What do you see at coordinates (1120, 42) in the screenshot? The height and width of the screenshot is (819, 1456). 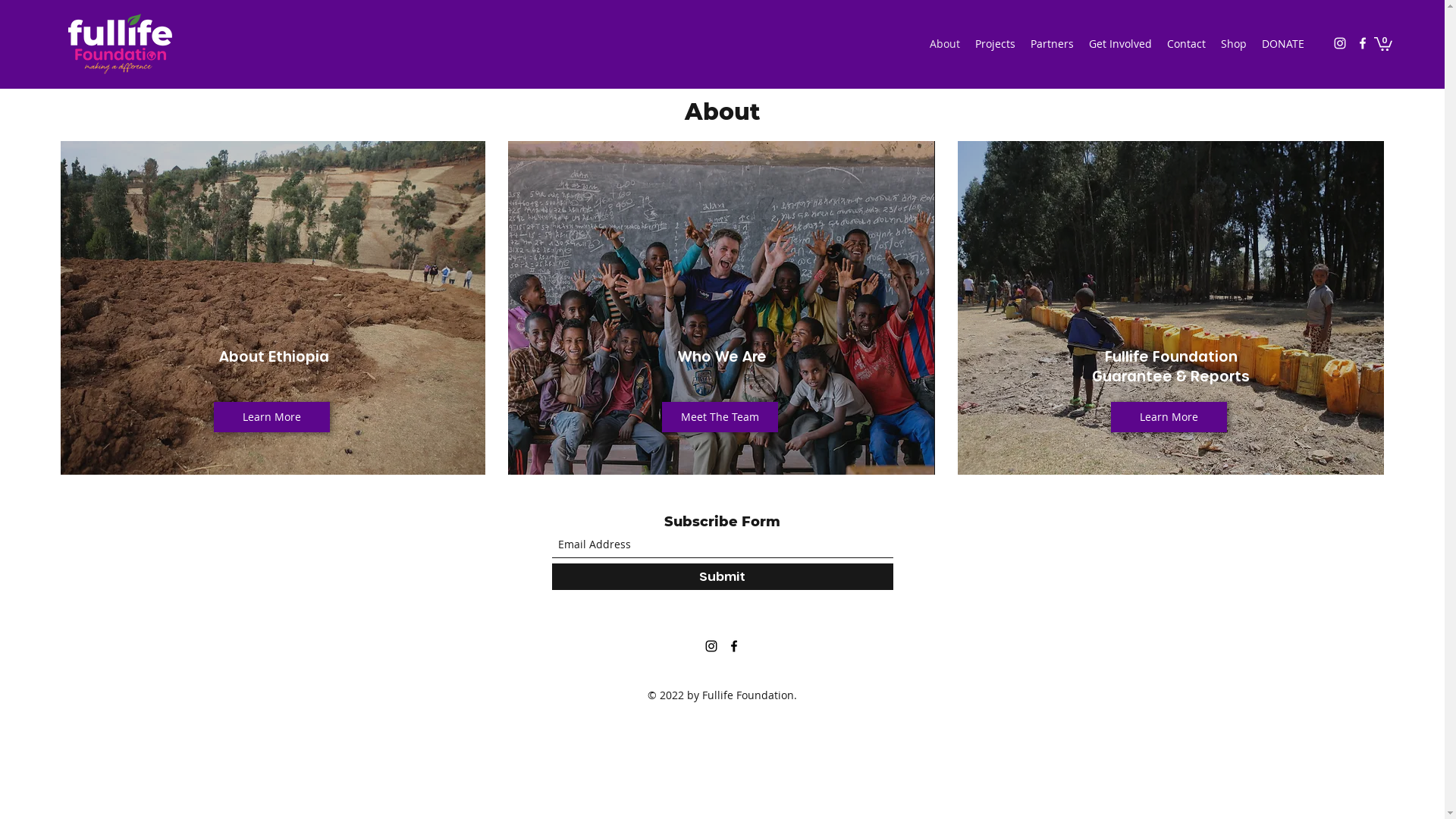 I see `'Get Involved'` at bounding box center [1120, 42].